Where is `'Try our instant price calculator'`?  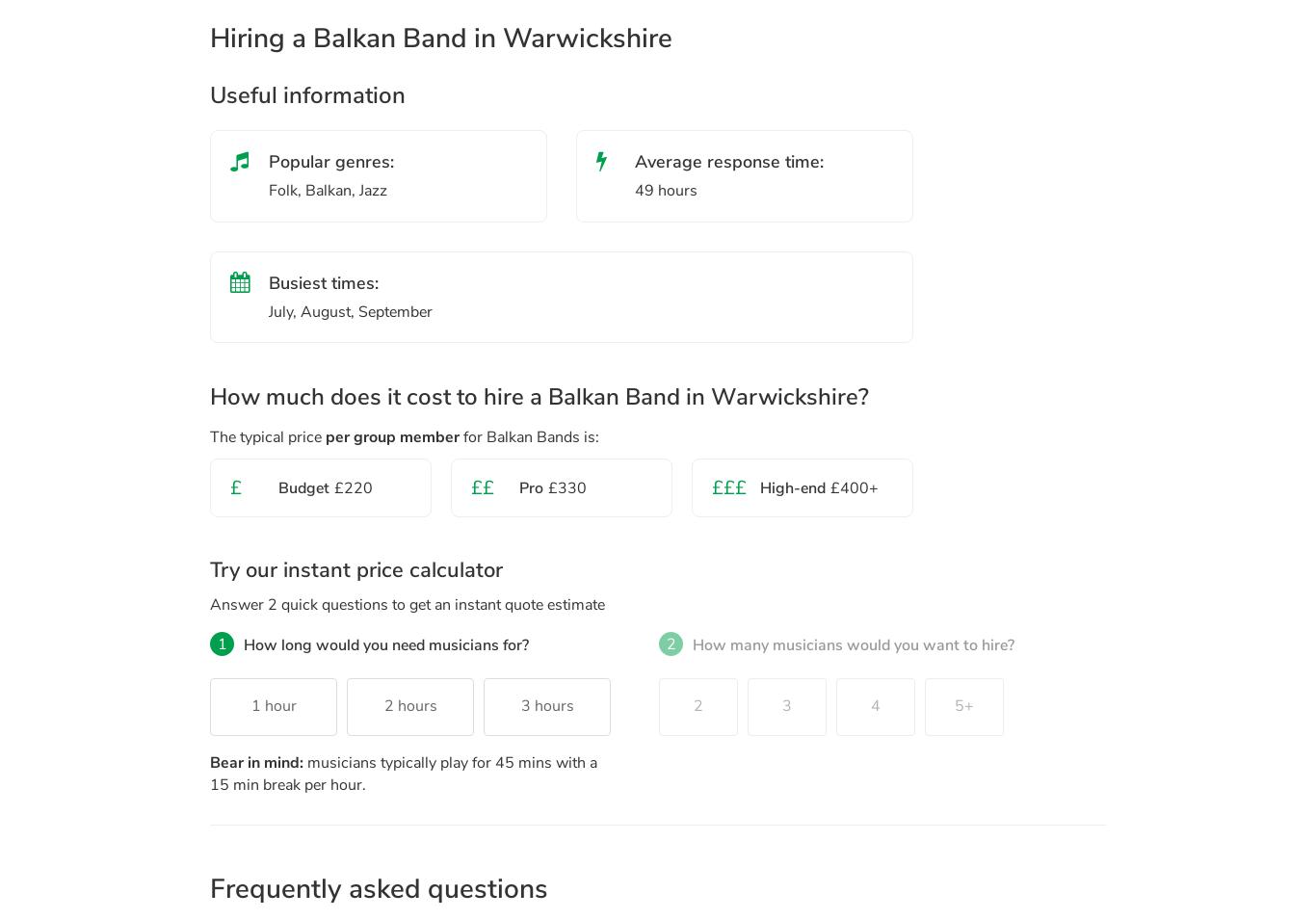
'Try our instant price calculator' is located at coordinates (355, 568).